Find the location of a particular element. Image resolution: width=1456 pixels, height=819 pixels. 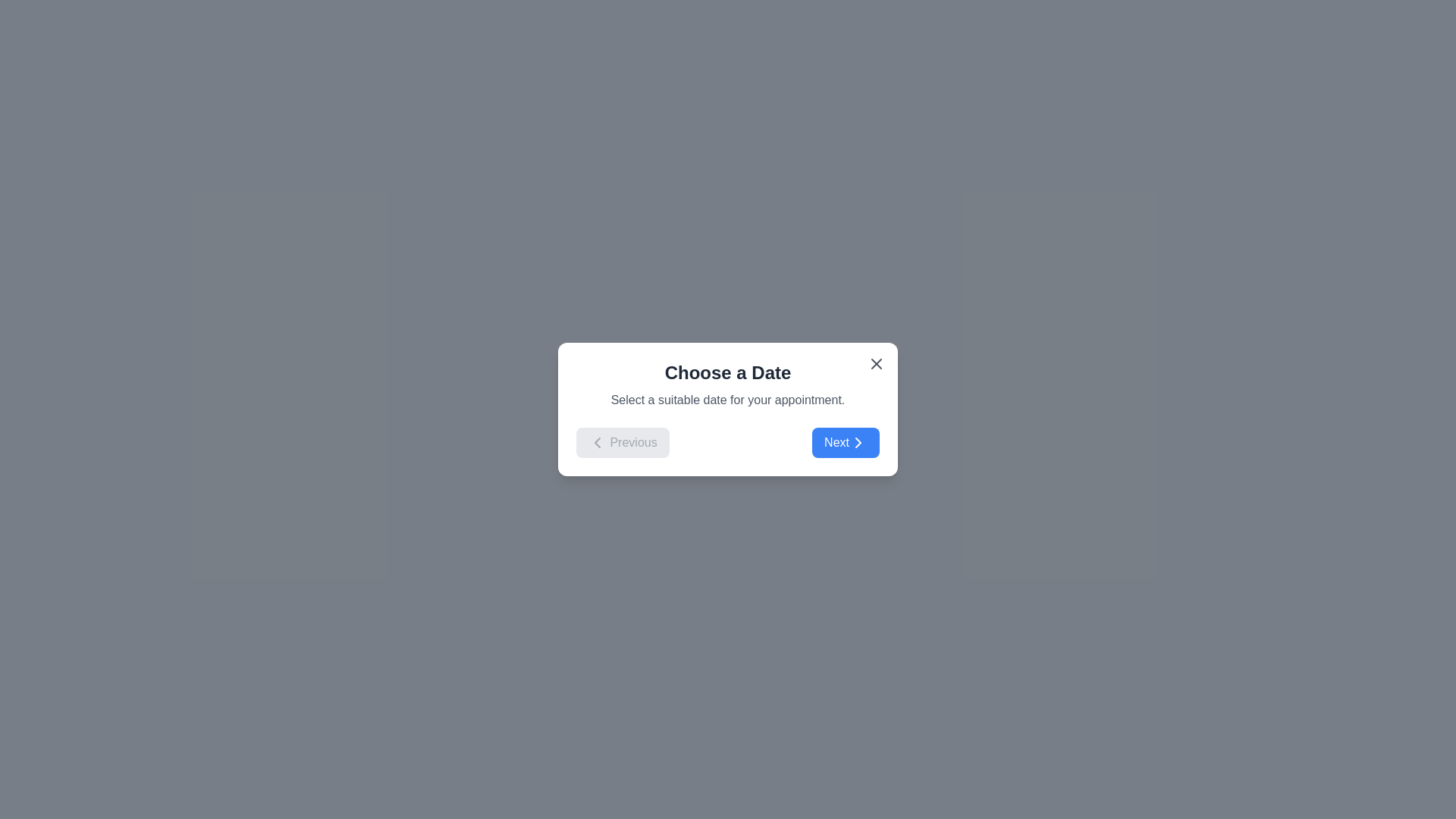

the chevron-shaped vector icon pointing to the right, which is part of the 'Next' button in the bottom-right corner of the 'Choose a Date' dialog box is located at coordinates (858, 442).